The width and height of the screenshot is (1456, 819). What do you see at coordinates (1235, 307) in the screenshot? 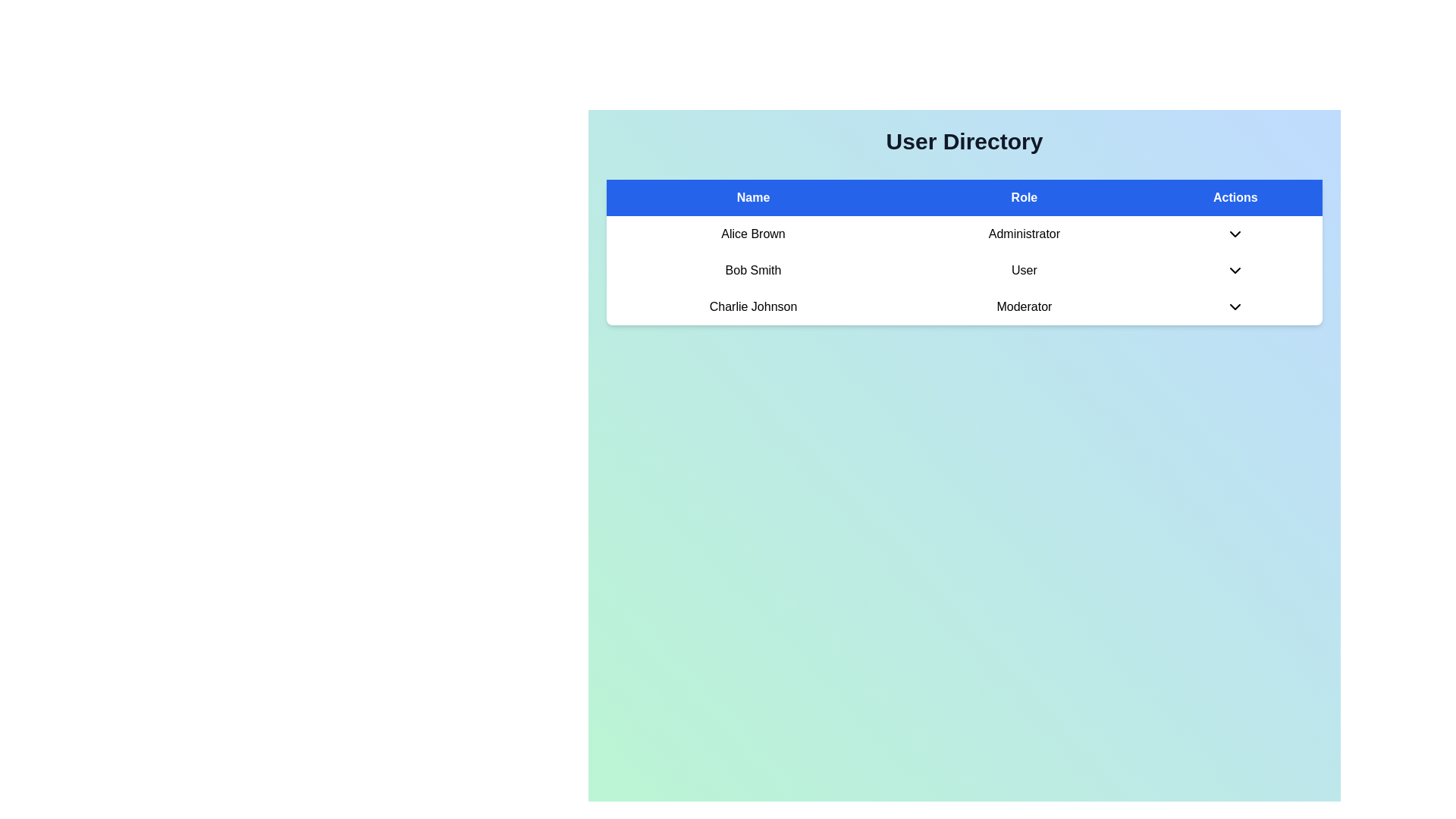
I see `the chevron button located in the 'Actions' column for 'Charlie Johnson', who has the 'Moderator' role` at bounding box center [1235, 307].